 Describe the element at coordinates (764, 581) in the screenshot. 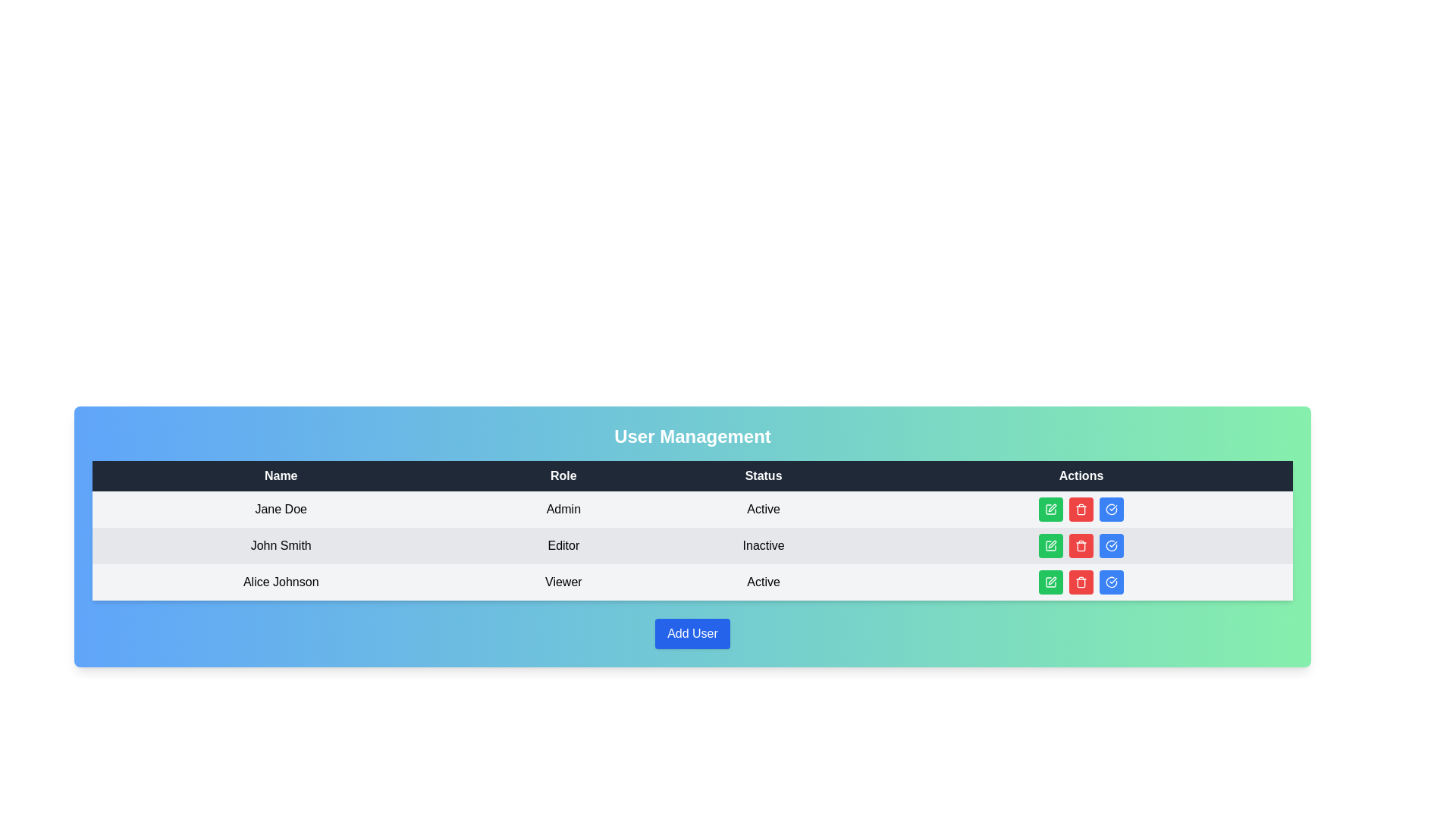

I see `the static text label displaying 'Active' indicating the status of user 'Alice Johnson' in the user management table` at that location.